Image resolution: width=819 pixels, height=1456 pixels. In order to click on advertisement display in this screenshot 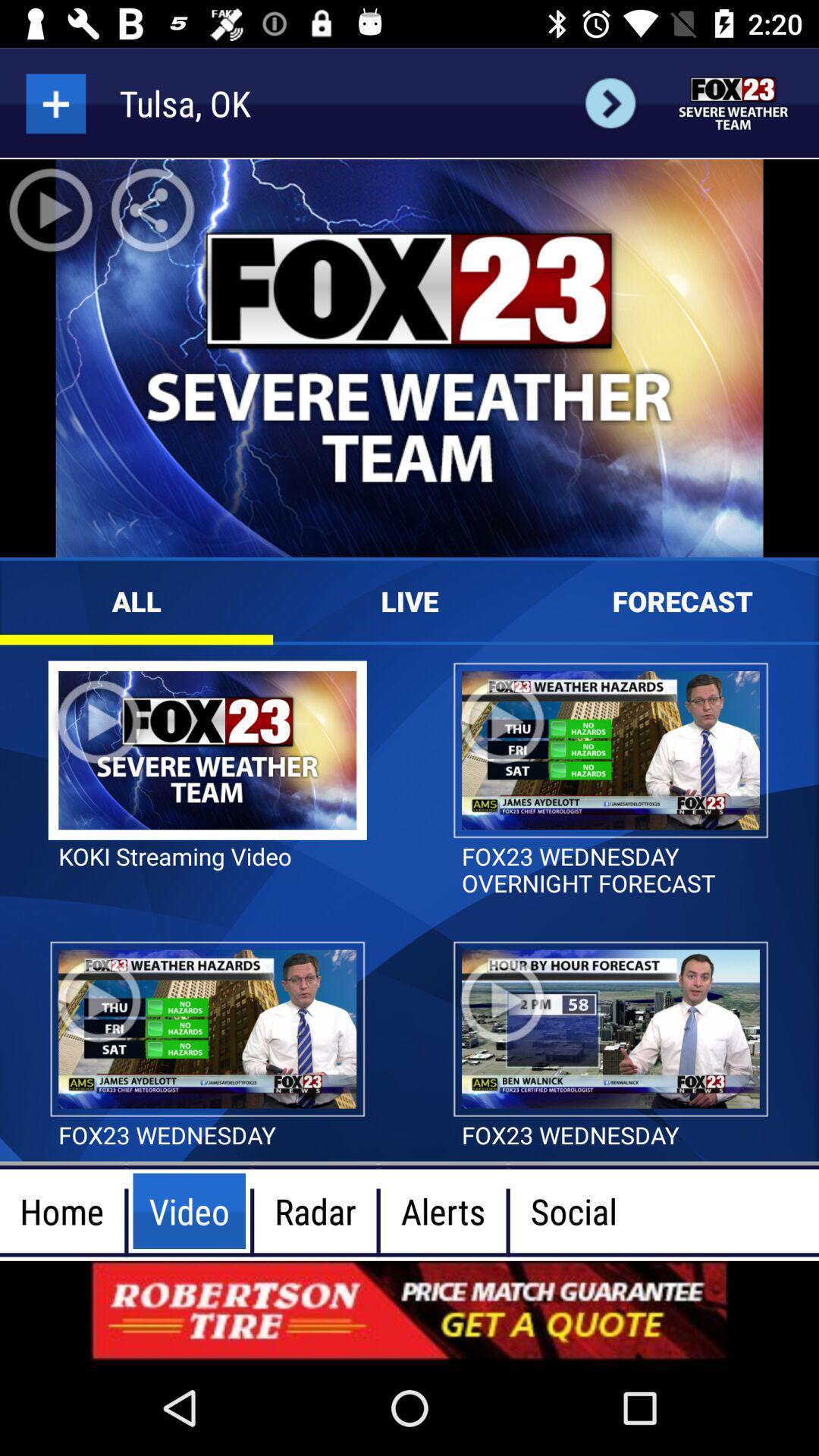, I will do `click(409, 1310)`.